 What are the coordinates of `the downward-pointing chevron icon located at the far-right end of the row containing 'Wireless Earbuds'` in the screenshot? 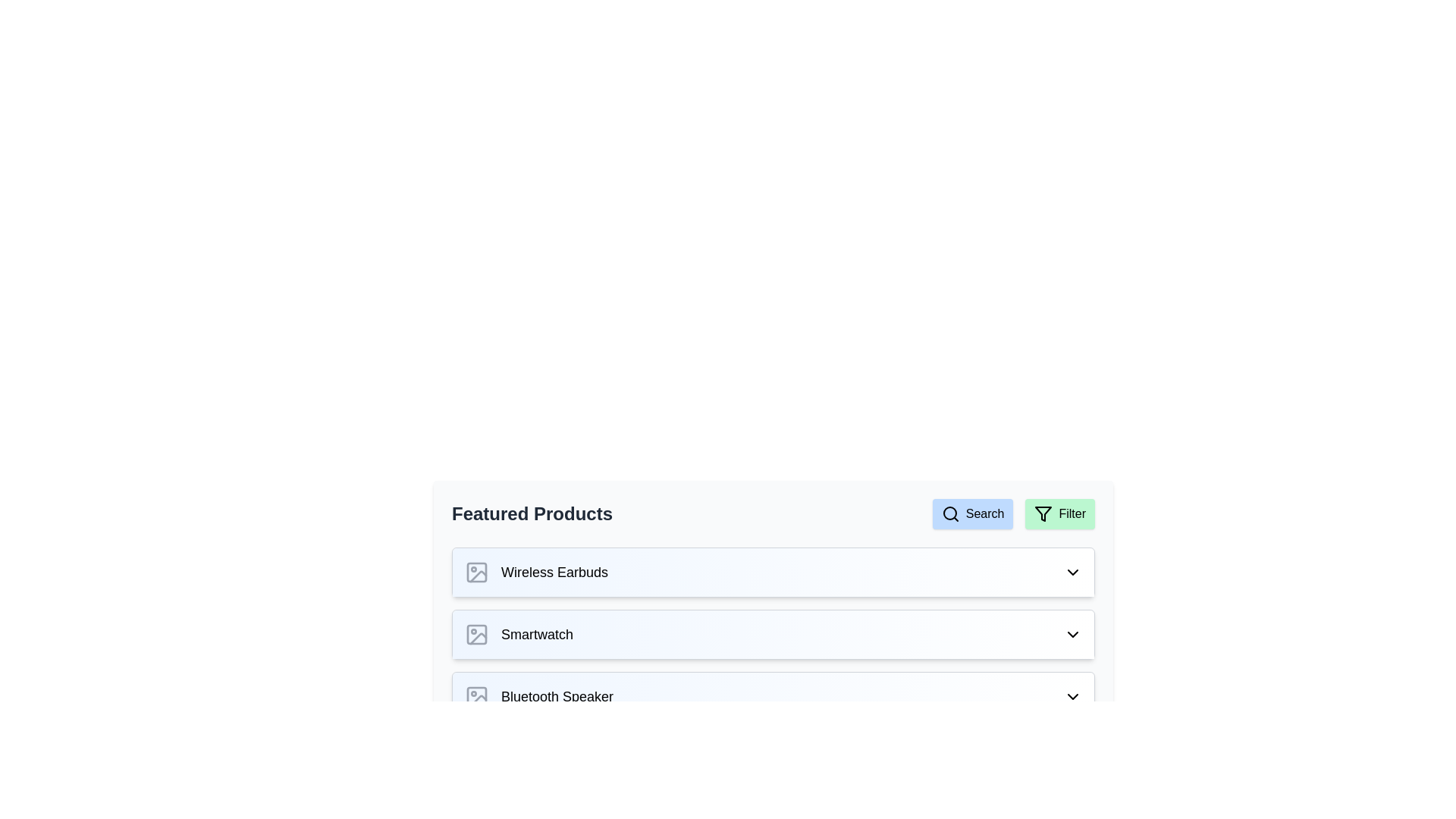 It's located at (1072, 573).